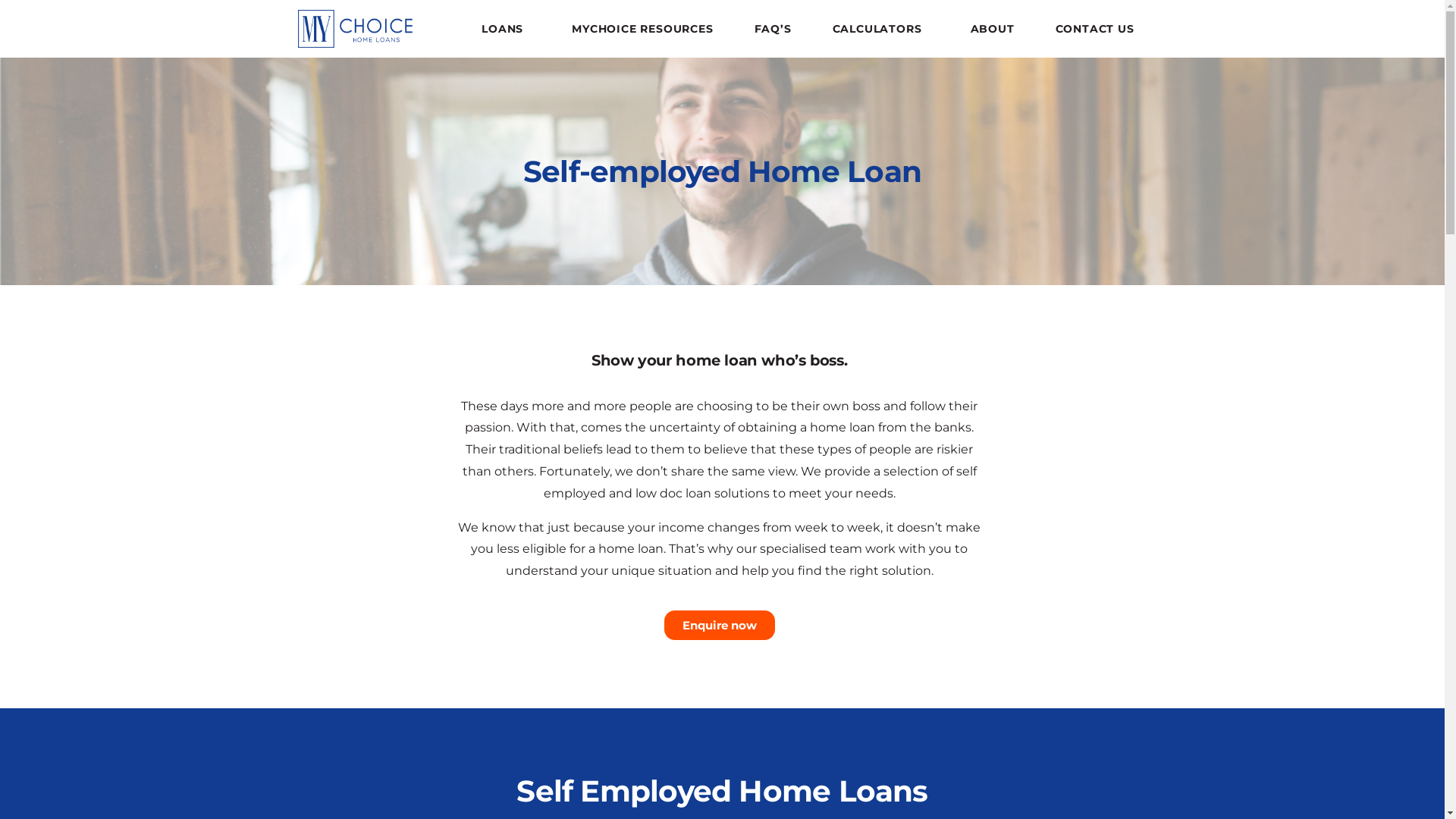 The height and width of the screenshot is (819, 1456). What do you see at coordinates (460, 29) in the screenshot?
I see `'LOANS'` at bounding box center [460, 29].